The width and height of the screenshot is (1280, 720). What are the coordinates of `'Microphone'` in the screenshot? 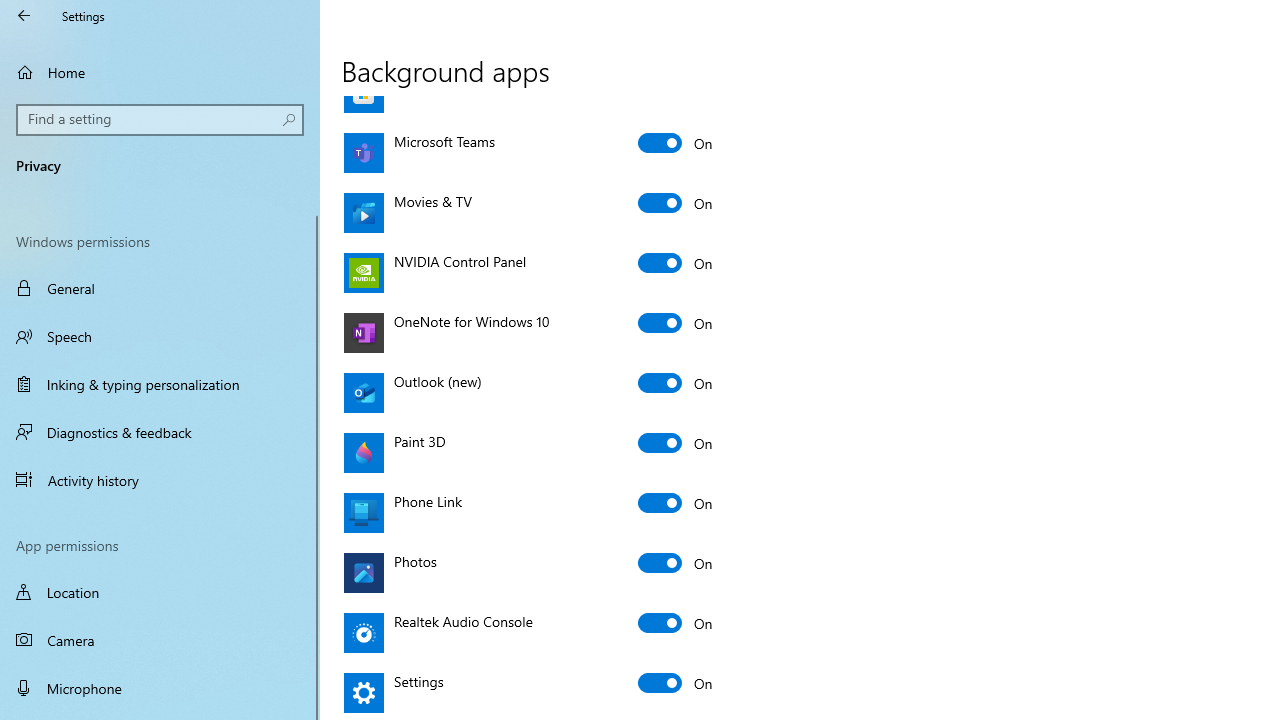 It's located at (160, 686).